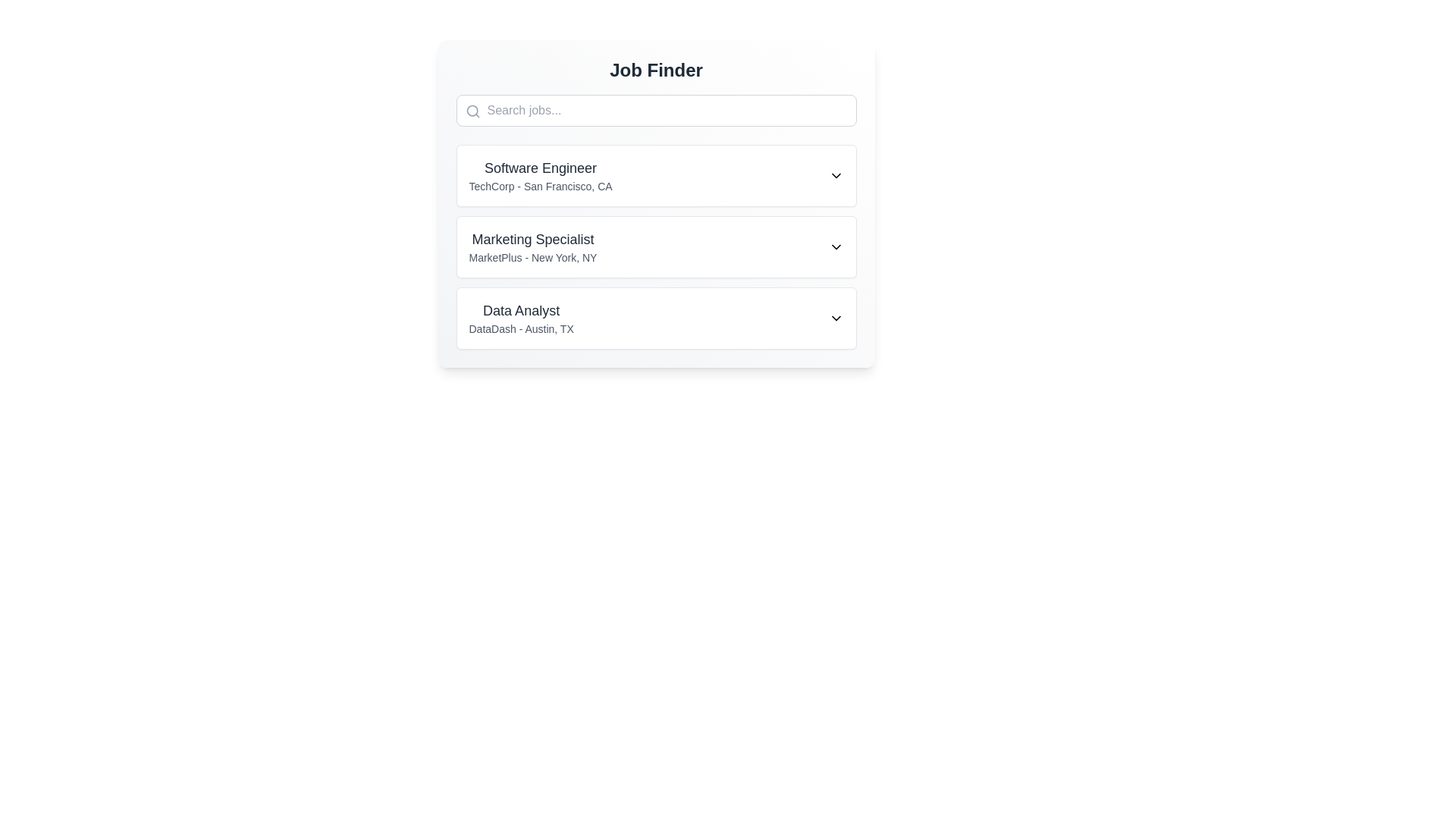 This screenshot has width=1456, height=819. Describe the element at coordinates (541, 186) in the screenshot. I see `the text label containing 'TechCorp - San Francisco, CA', which is styled in a smaller, lighter gray tone and positioned below the title 'Software Engineer' within the job posting card` at that location.